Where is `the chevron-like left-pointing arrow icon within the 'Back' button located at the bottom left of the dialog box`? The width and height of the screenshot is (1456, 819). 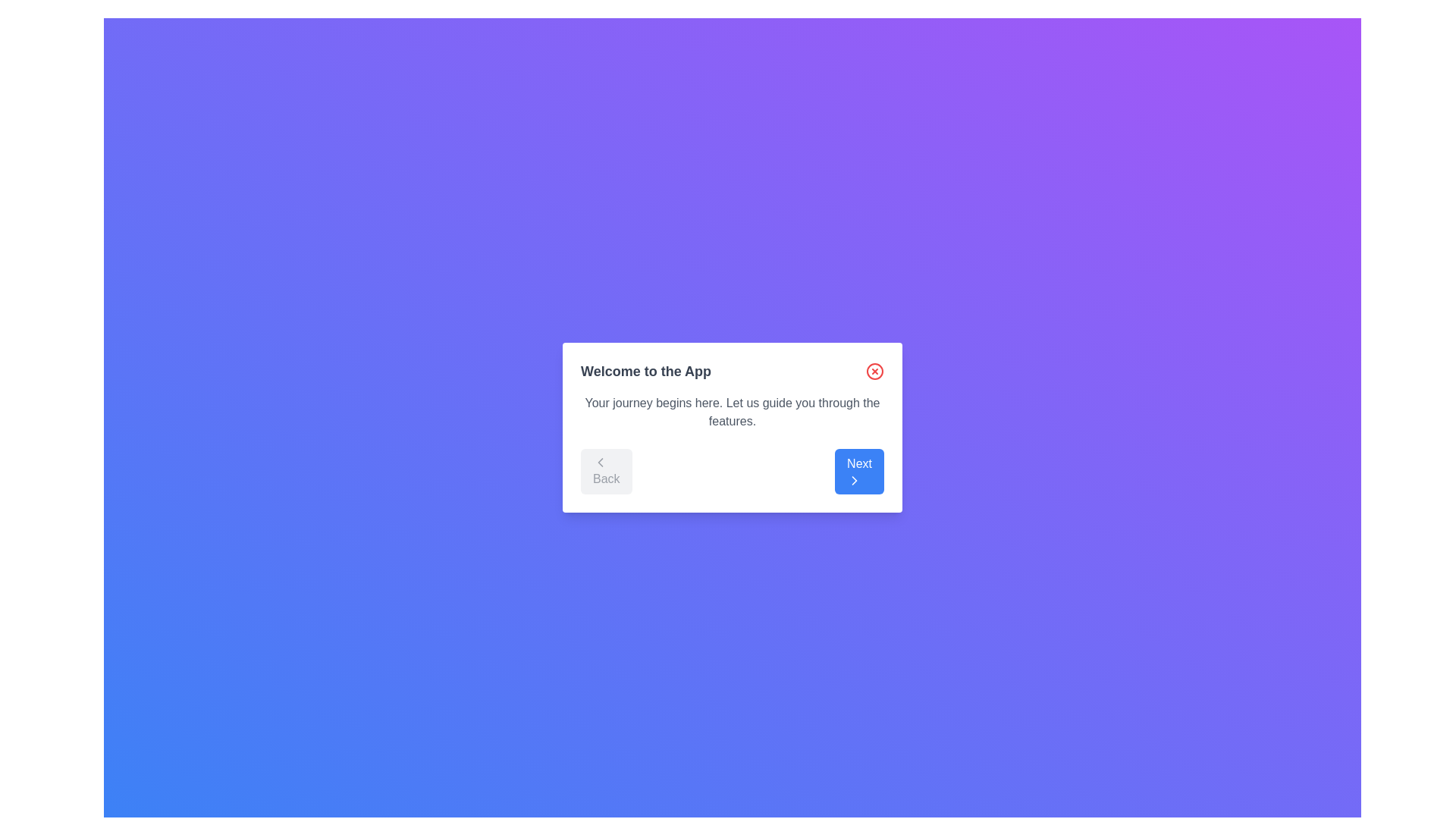
the chevron-like left-pointing arrow icon within the 'Back' button located at the bottom left of the dialog box is located at coordinates (600, 461).